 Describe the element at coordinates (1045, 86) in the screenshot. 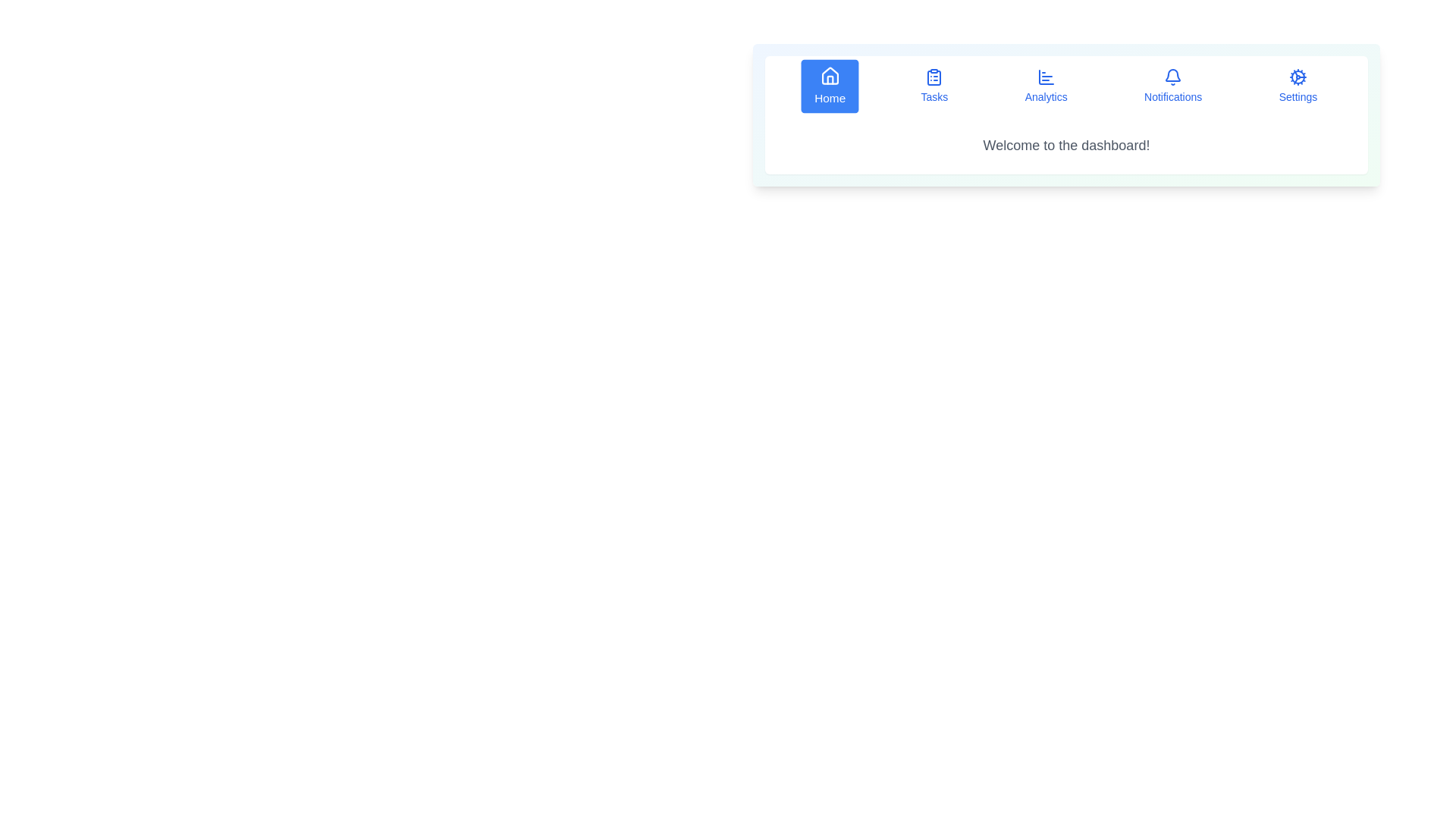

I see `the Analytics tab by clicking on its corresponding button` at that location.